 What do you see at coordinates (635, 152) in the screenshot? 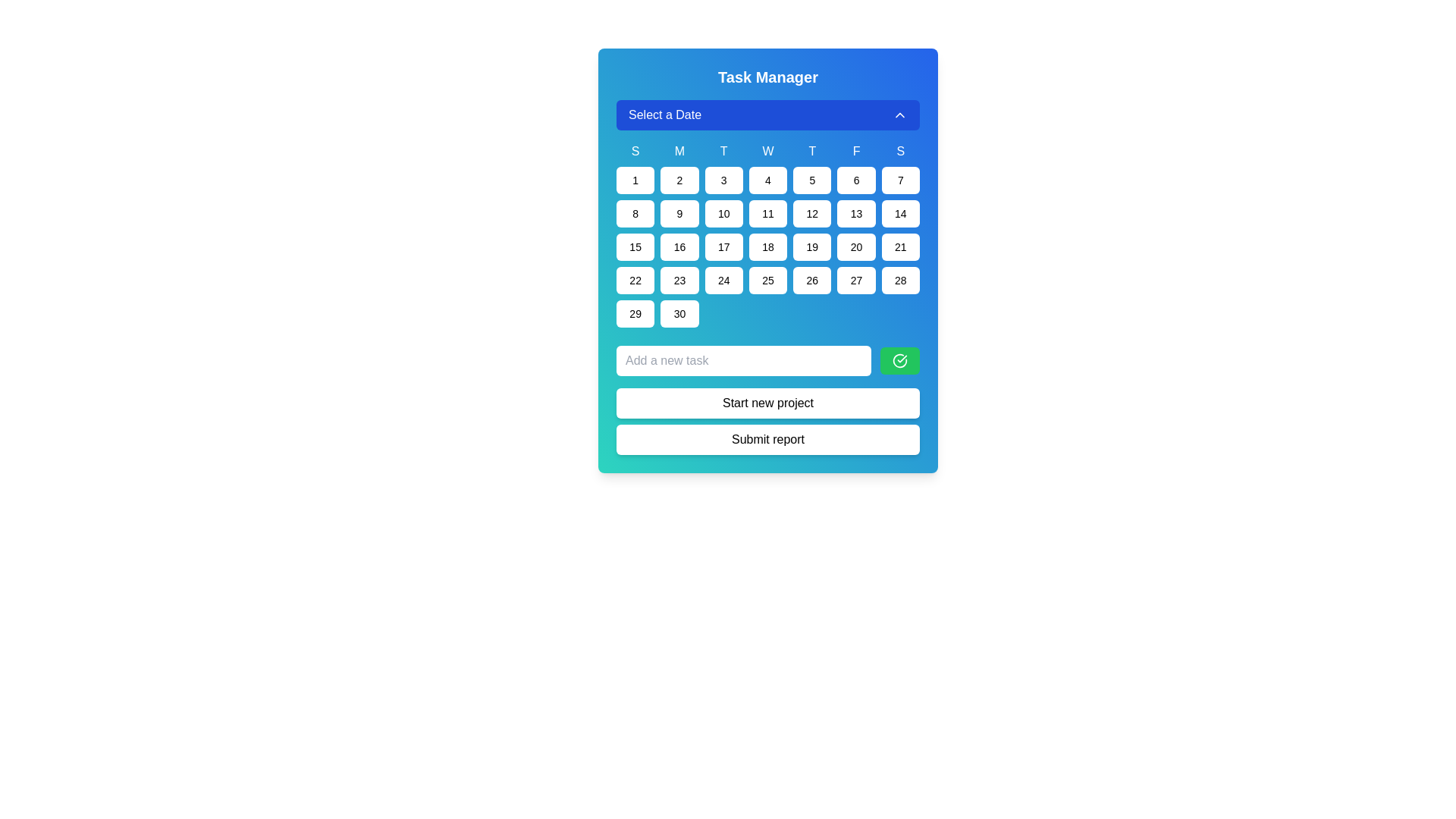
I see `the 'Sunday' label in the calendar interface, which is the first element in a row of seven elements at the top of the calendar grid` at bounding box center [635, 152].